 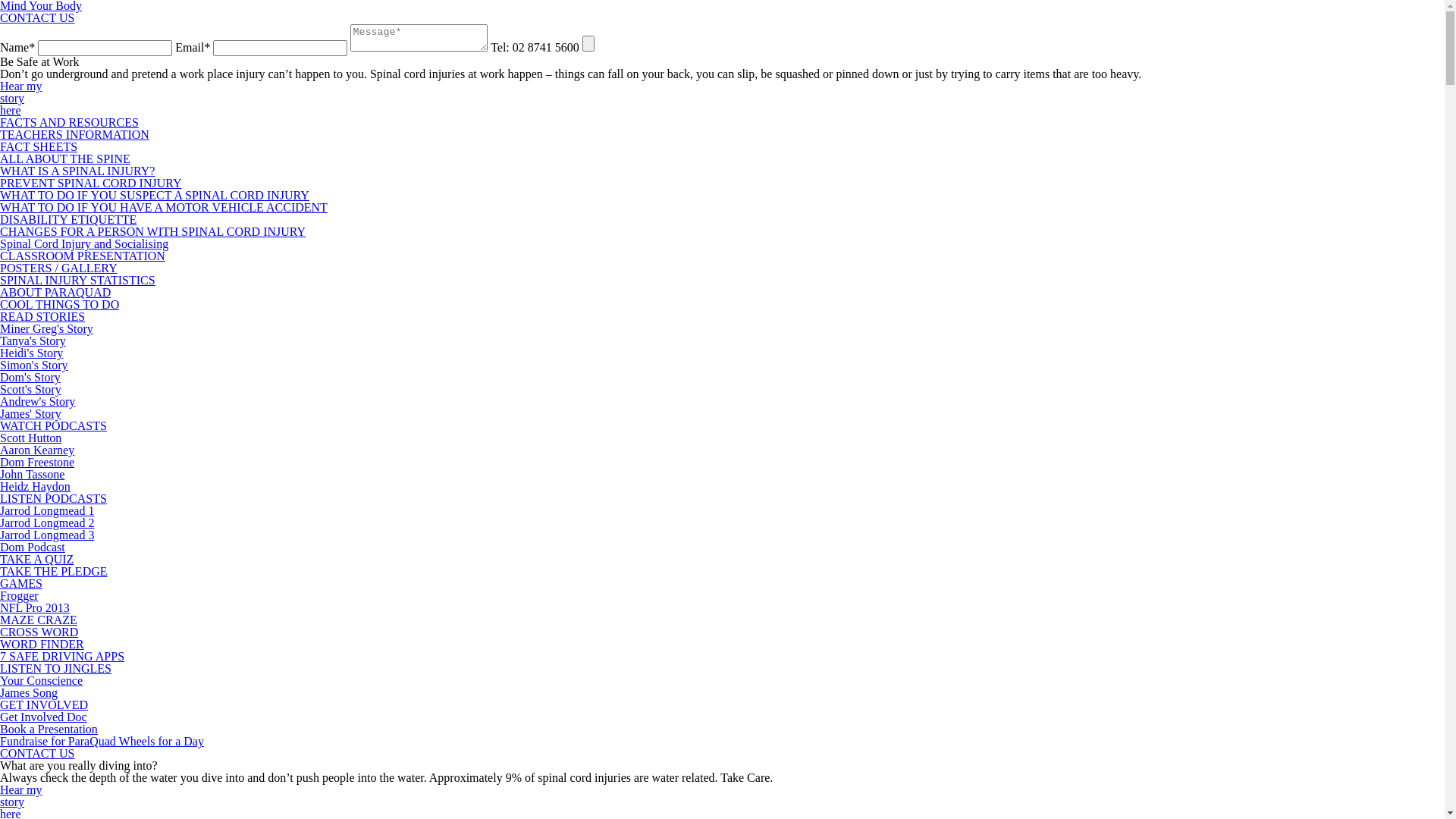 I want to click on 'LISTEN TO JINGLES', so click(x=0, y=667).